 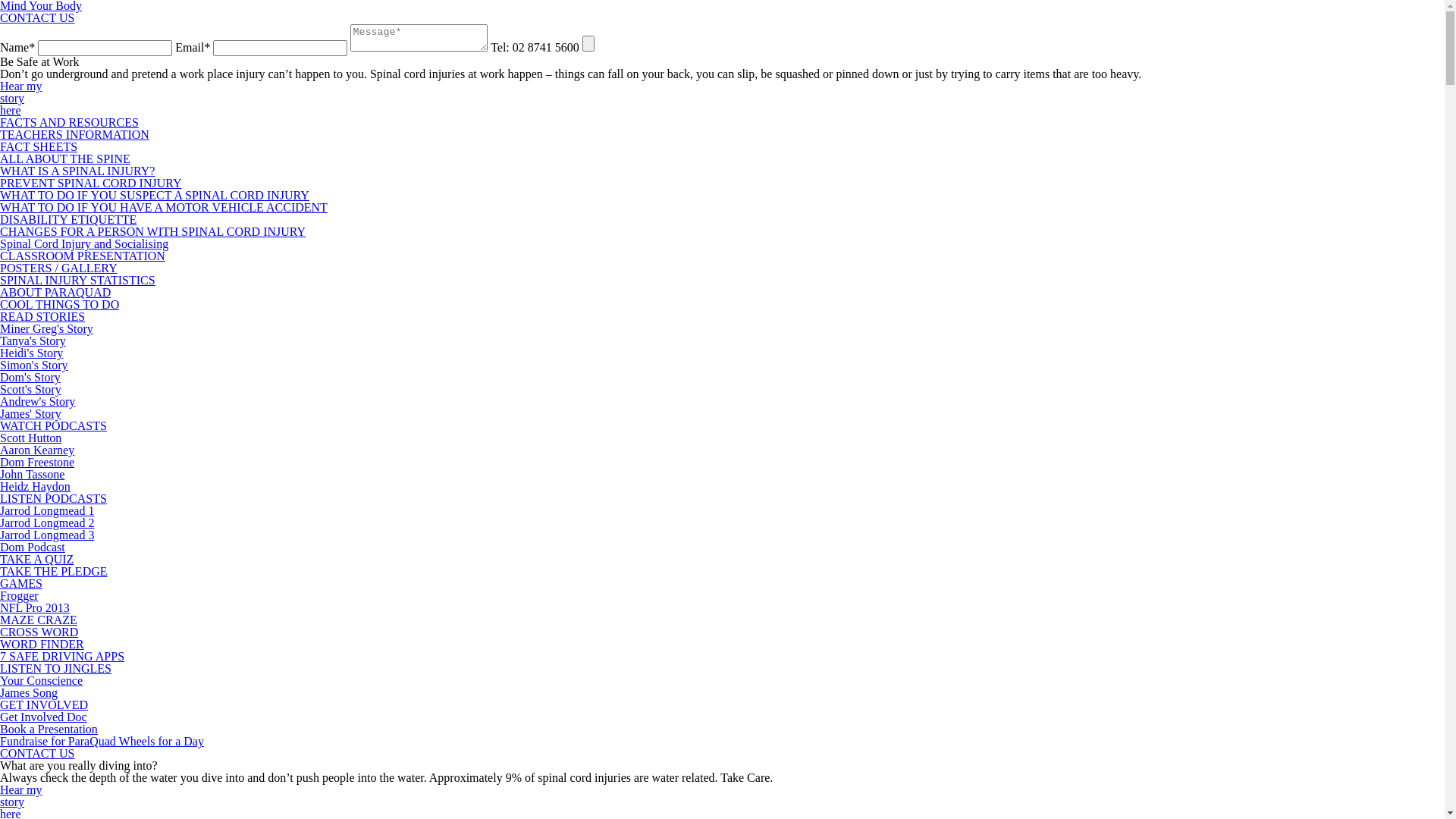 I want to click on 'LISTEN TO JINGLES', so click(x=0, y=667).